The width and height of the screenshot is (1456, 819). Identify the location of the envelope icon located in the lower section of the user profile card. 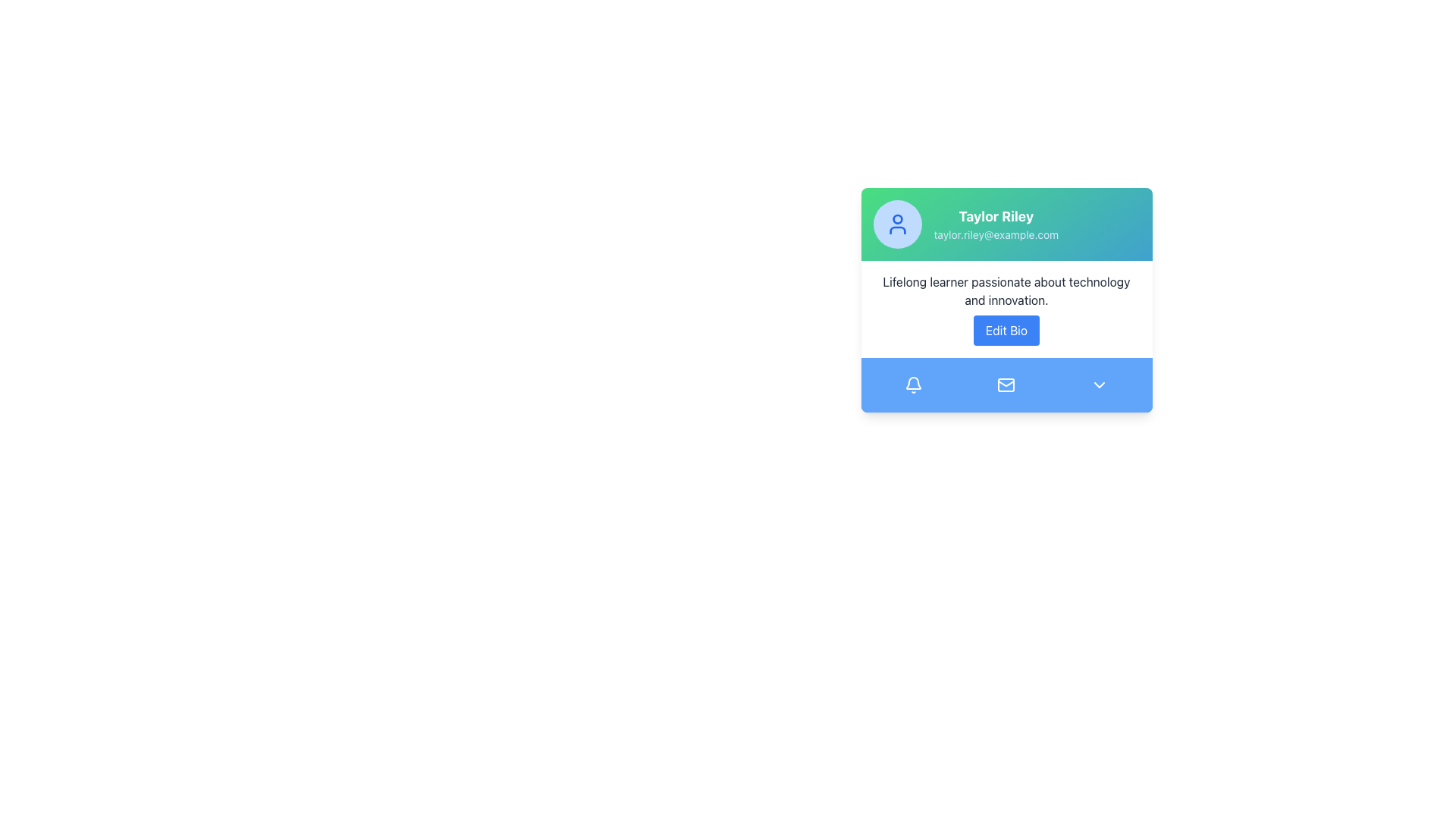
(1006, 384).